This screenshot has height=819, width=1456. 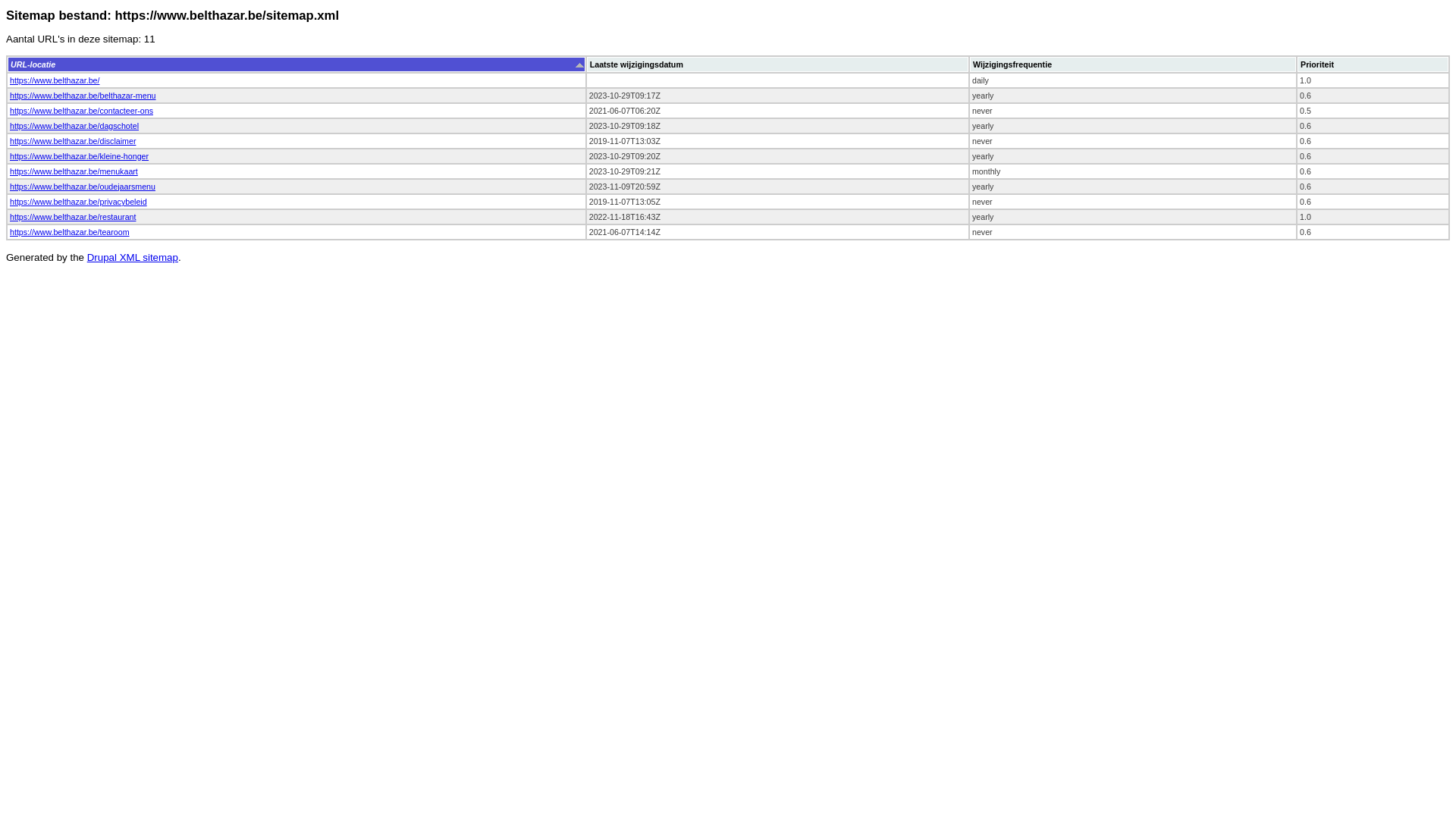 I want to click on 'https://www.belthazar.be/dagschotel', so click(x=73, y=124).